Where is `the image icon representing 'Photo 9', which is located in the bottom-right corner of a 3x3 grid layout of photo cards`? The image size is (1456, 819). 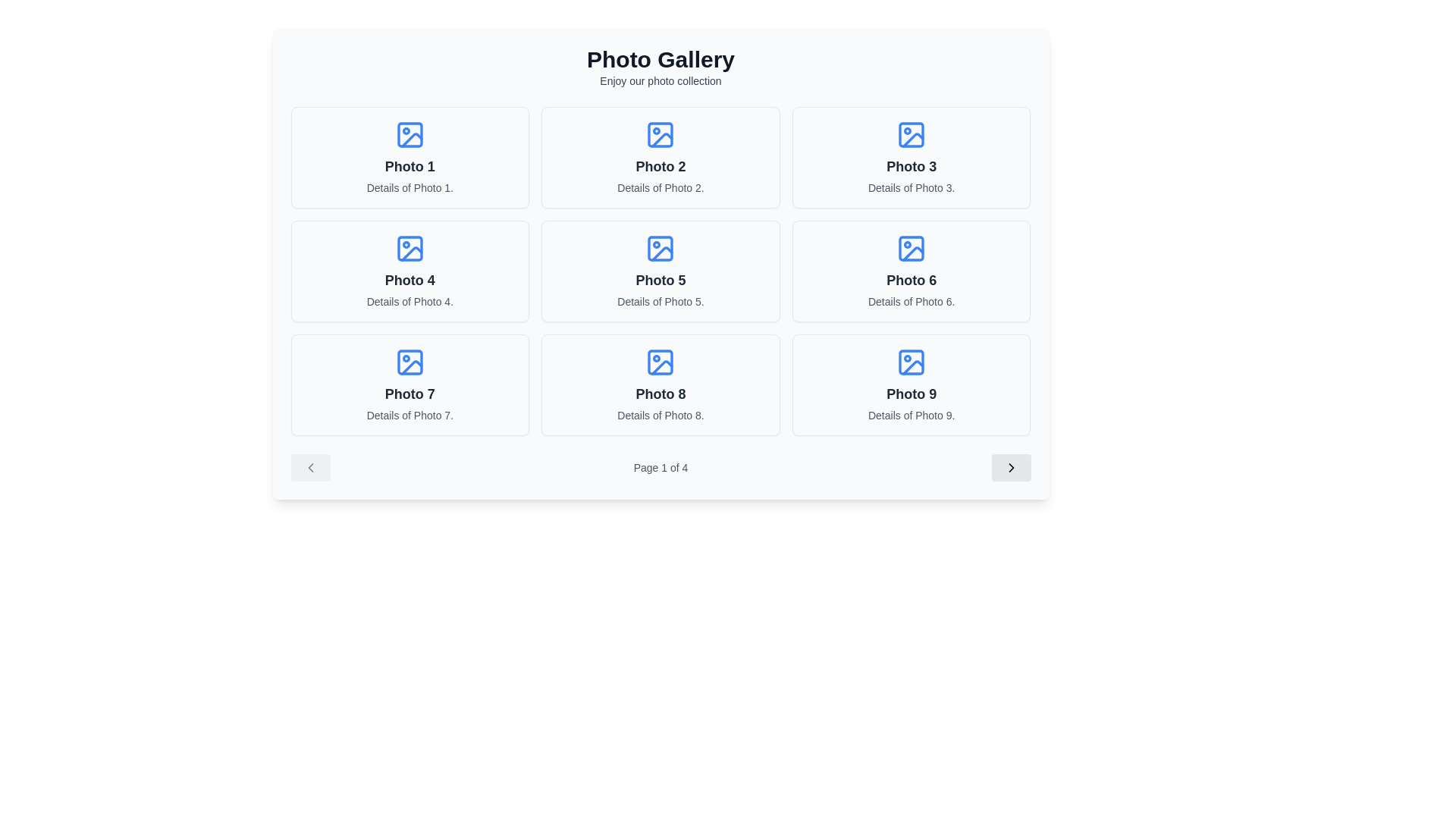
the image icon representing 'Photo 9', which is located in the bottom-right corner of a 3x3 grid layout of photo cards is located at coordinates (911, 362).